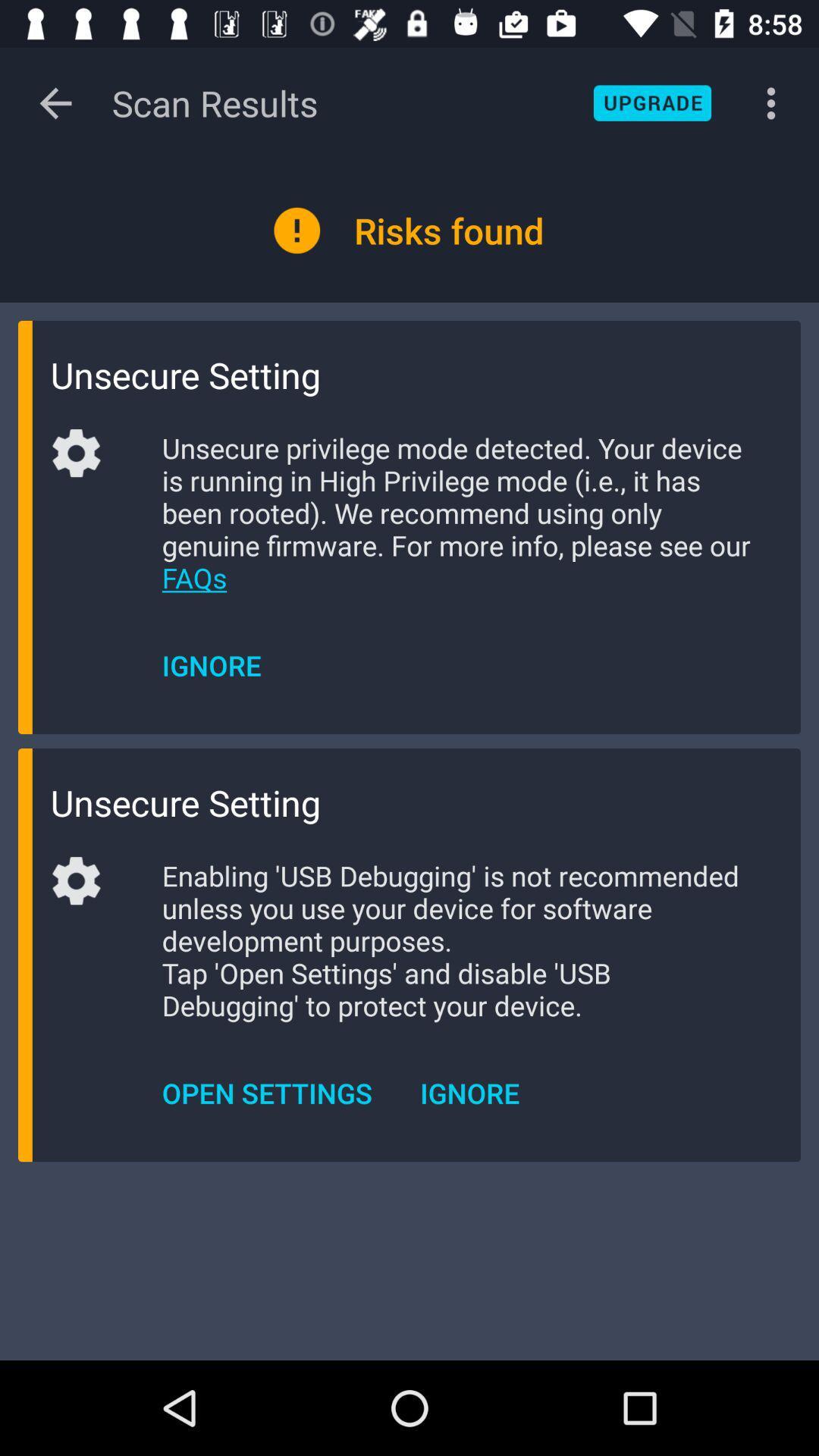 This screenshot has width=819, height=1456. Describe the element at coordinates (457, 513) in the screenshot. I see `icon below the unsecure setting icon` at that location.